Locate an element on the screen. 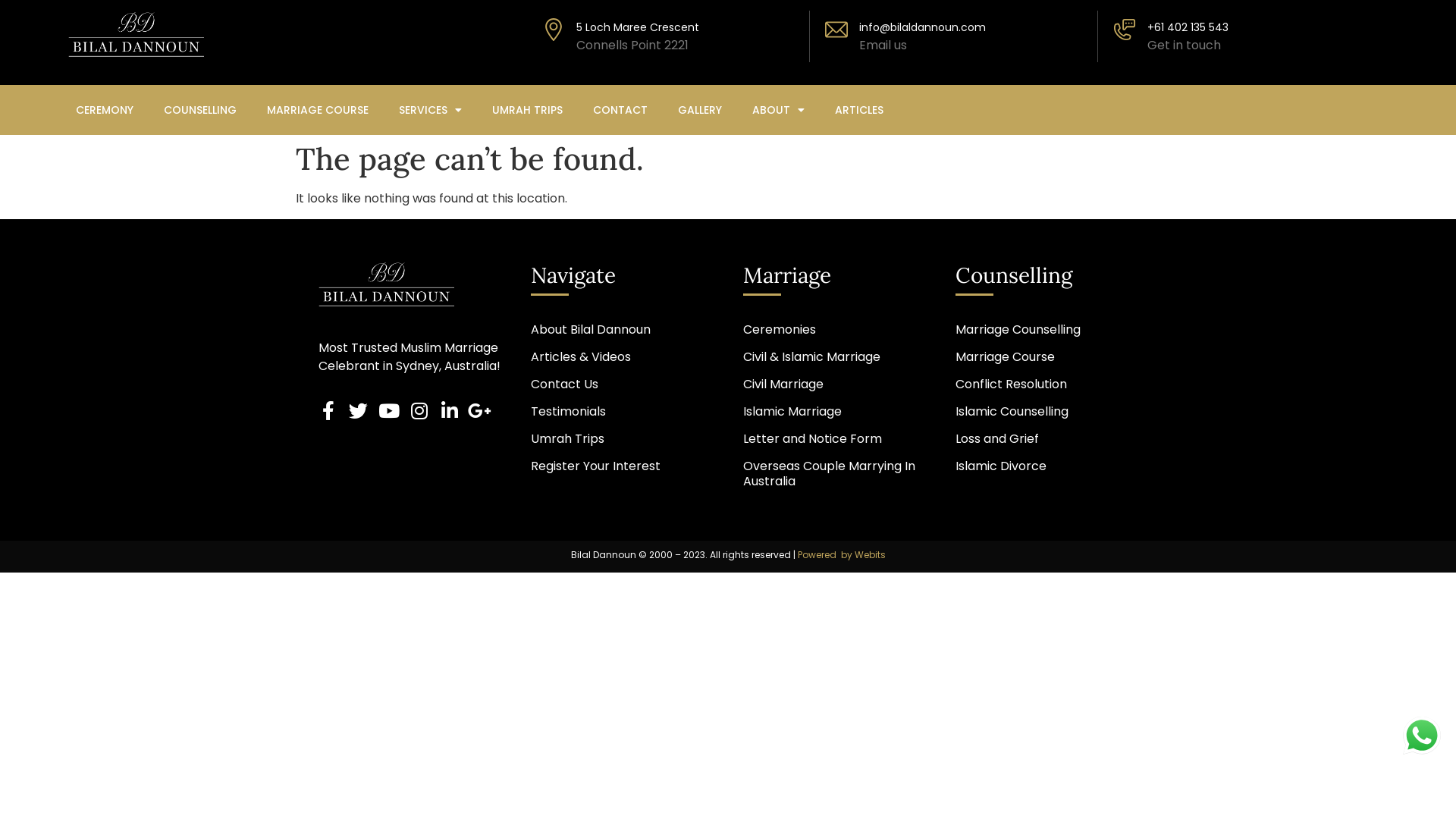  'Islamic Divorce' is located at coordinates (1046, 465).